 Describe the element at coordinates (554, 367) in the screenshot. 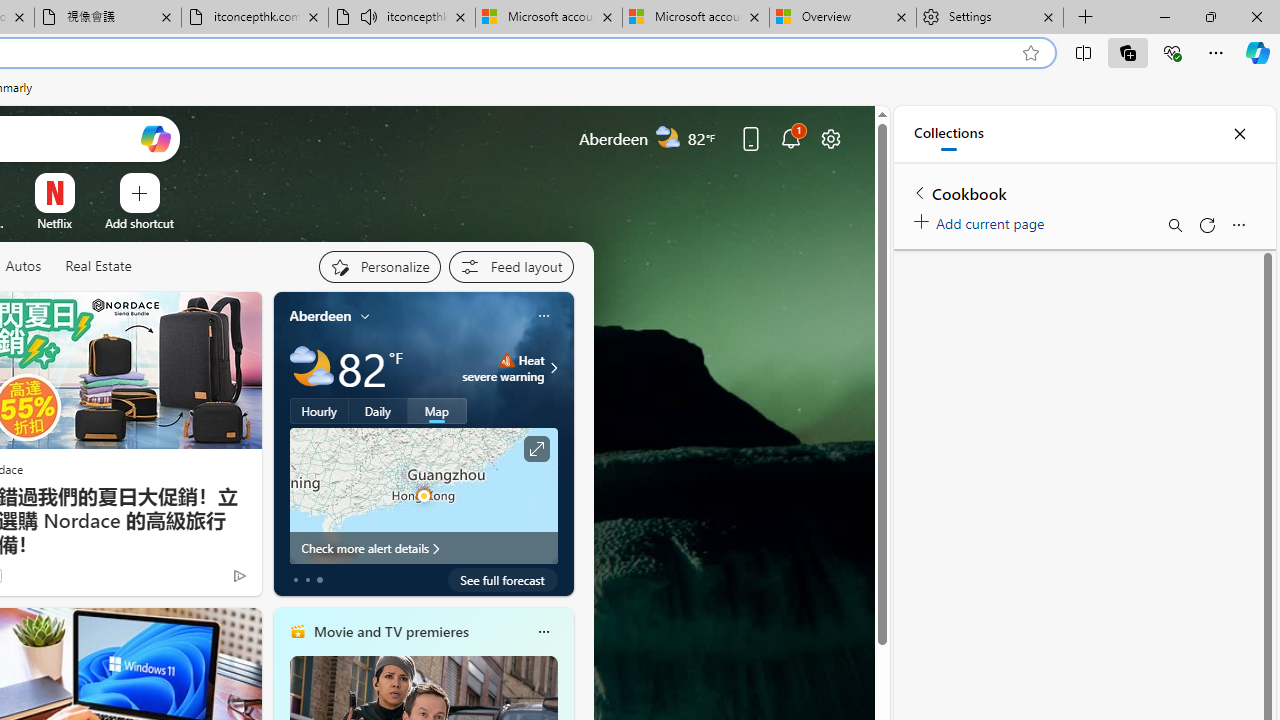

I see `'Class: weather-arrow-glyph'` at that location.